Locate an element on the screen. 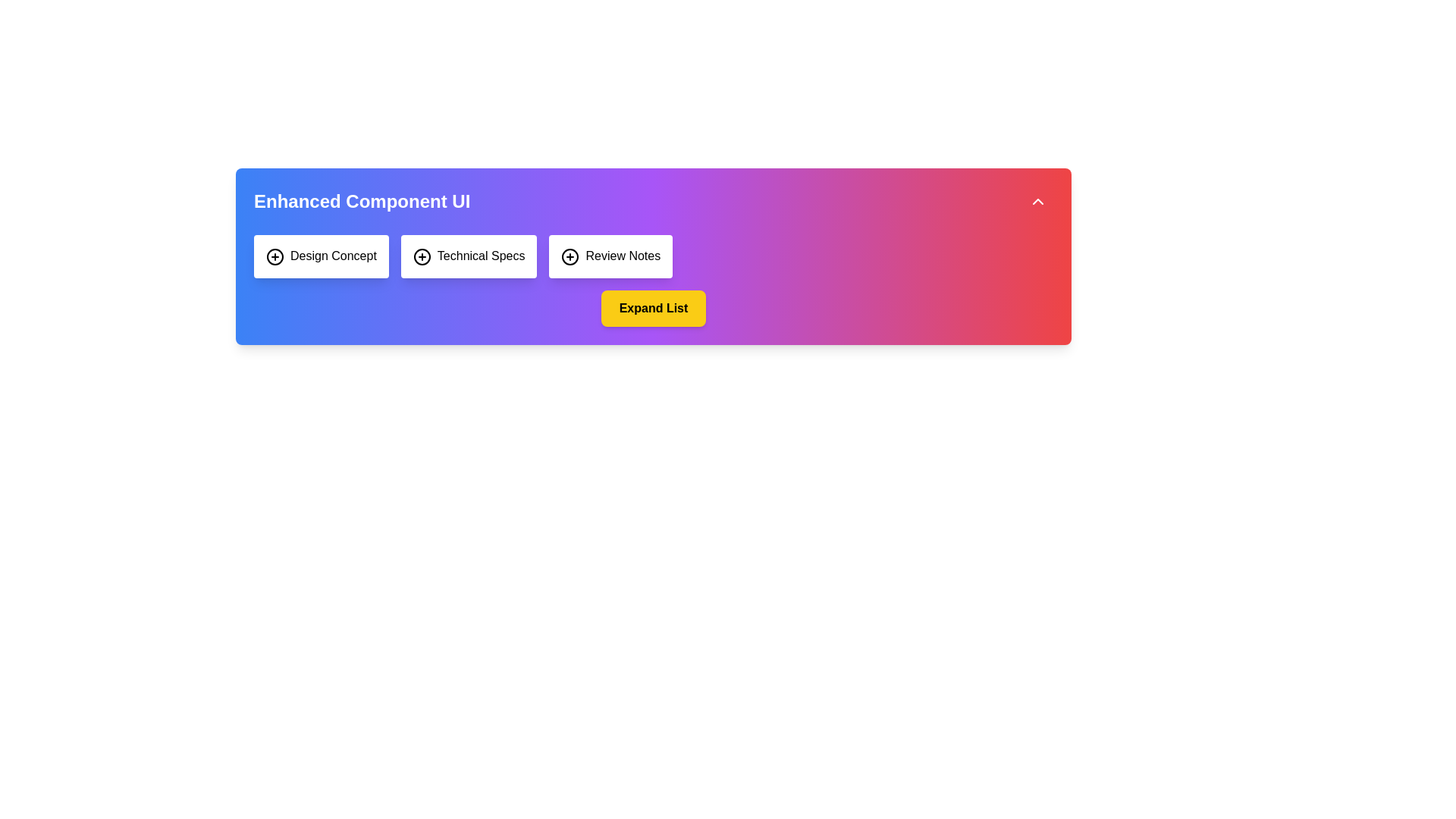  the circular plus icon on the 'Review Notes' button, which serves as a visual indicator for expanding content is located at coordinates (570, 256).